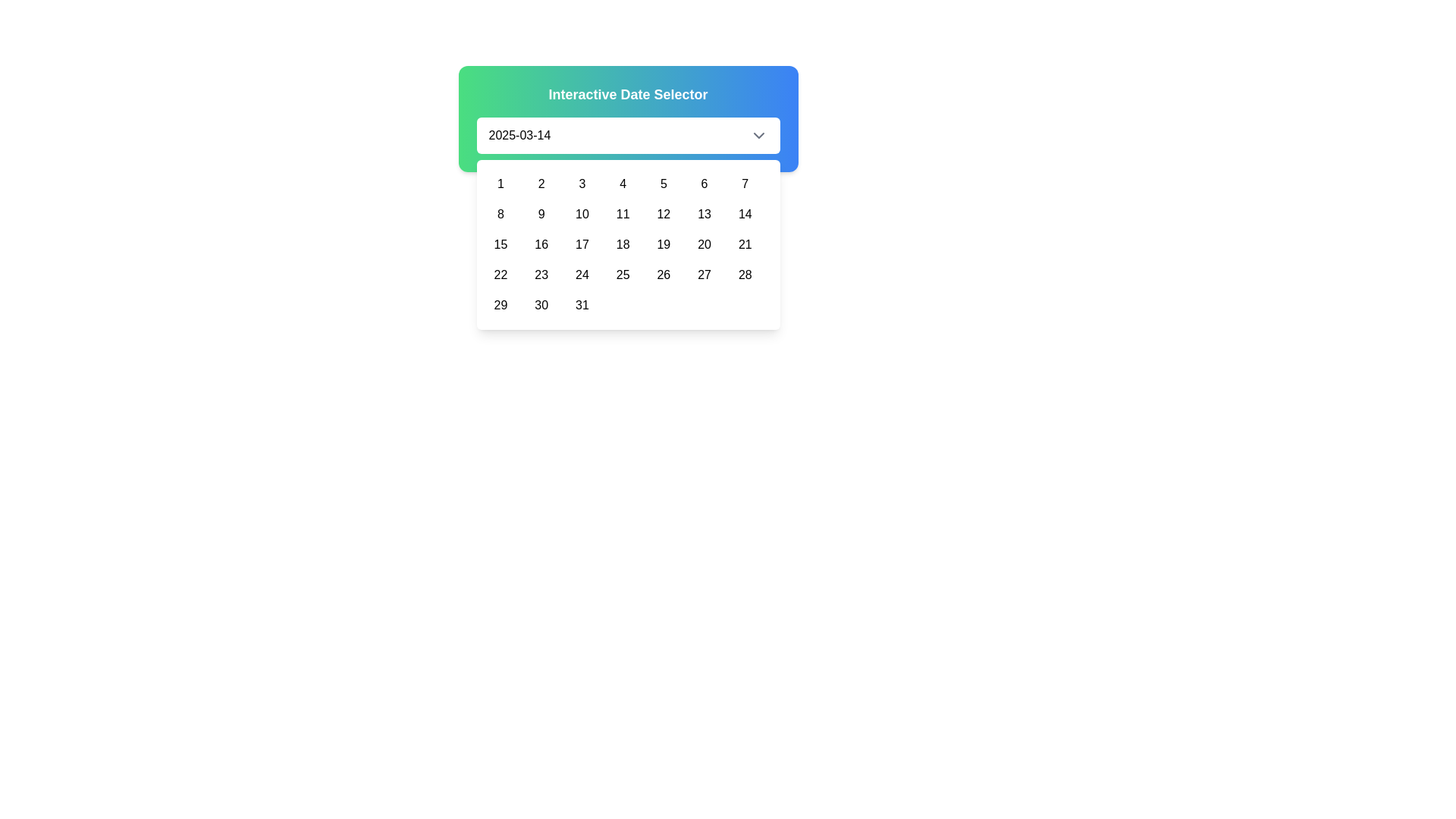 The height and width of the screenshot is (819, 1456). Describe the element at coordinates (628, 244) in the screenshot. I see `any day in the Calendar Grid` at that location.